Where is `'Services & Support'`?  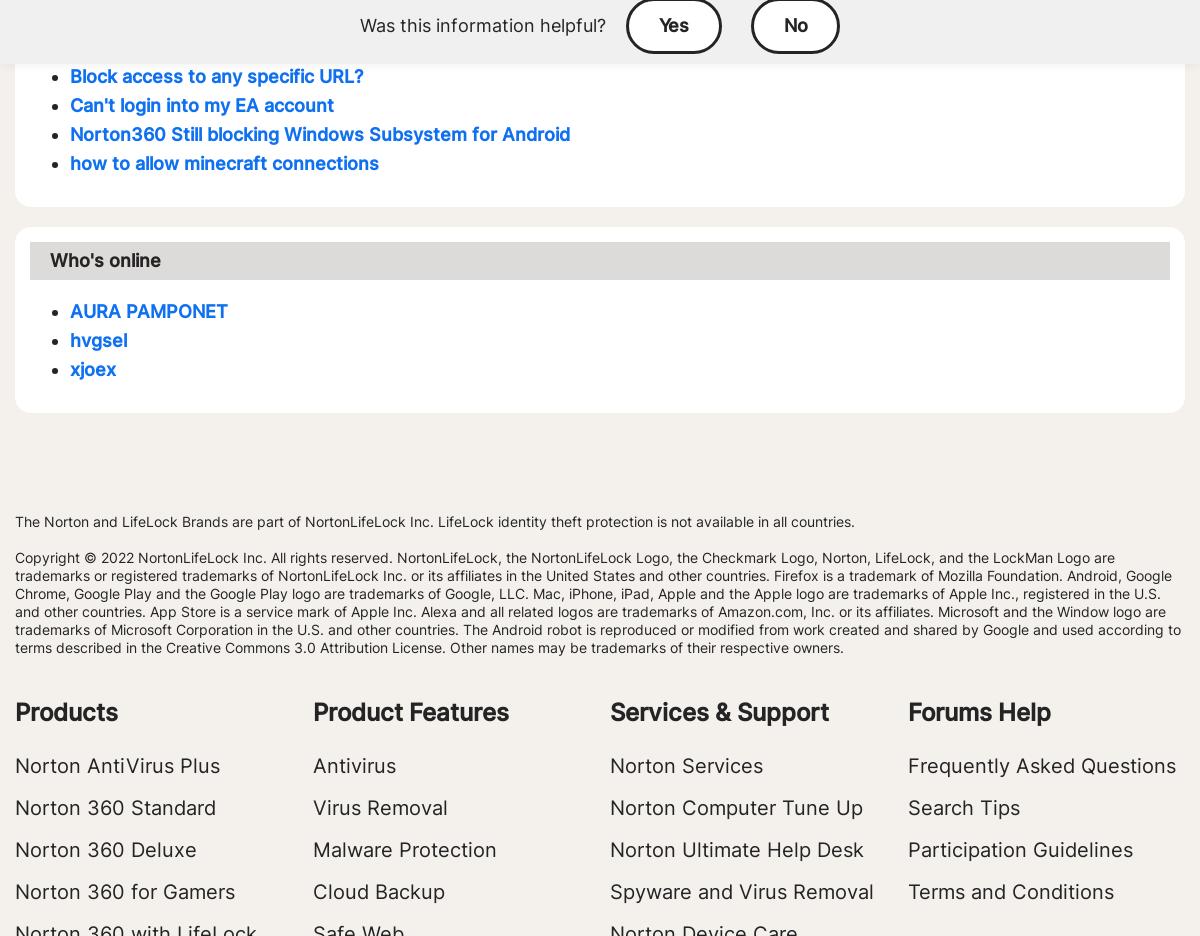
'Services & Support' is located at coordinates (719, 711).